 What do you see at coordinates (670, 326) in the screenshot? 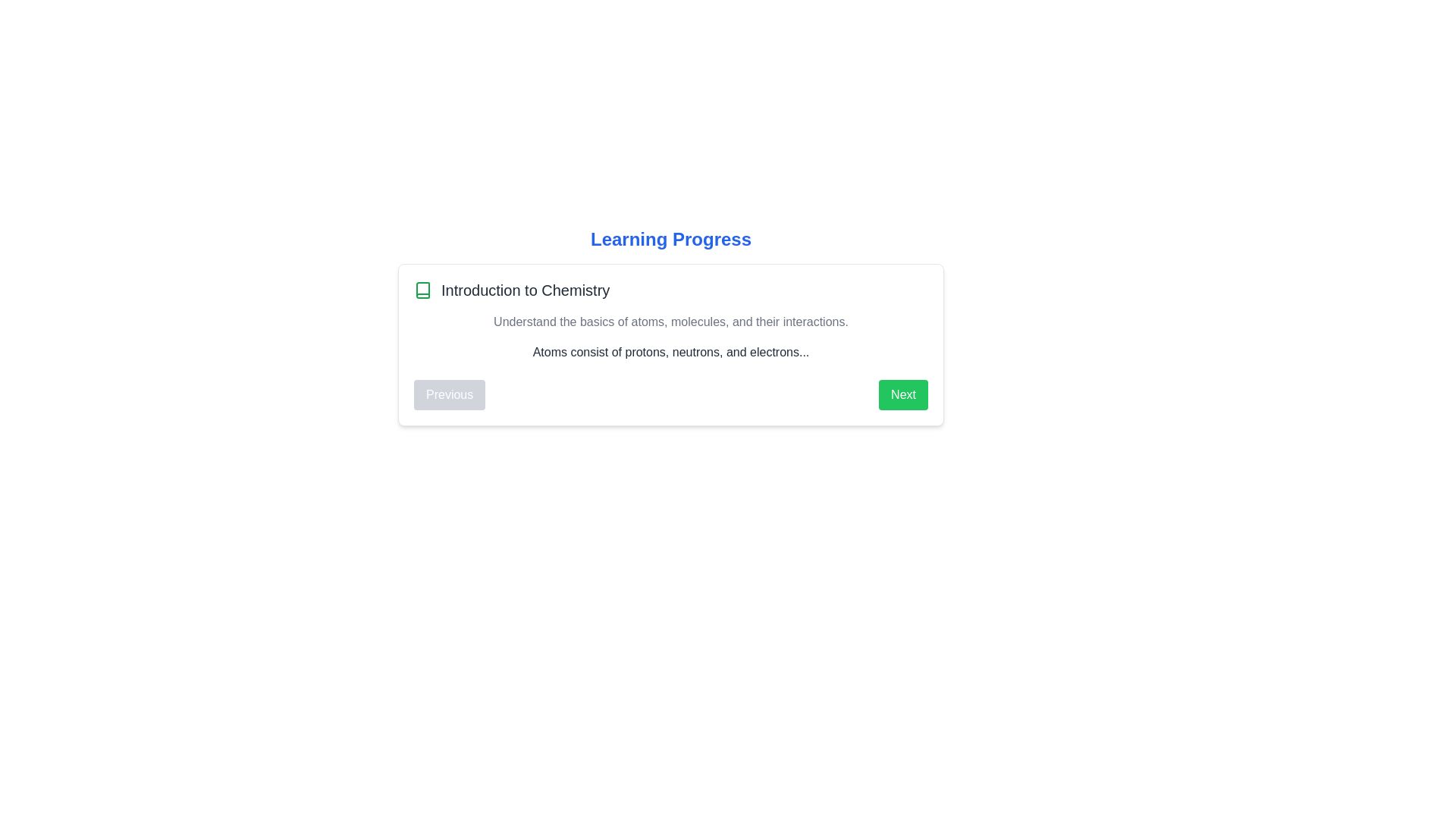
I see `displayed information from the 'Learning Progress' section which includes the title, subtitle, and navigational buttons` at bounding box center [670, 326].